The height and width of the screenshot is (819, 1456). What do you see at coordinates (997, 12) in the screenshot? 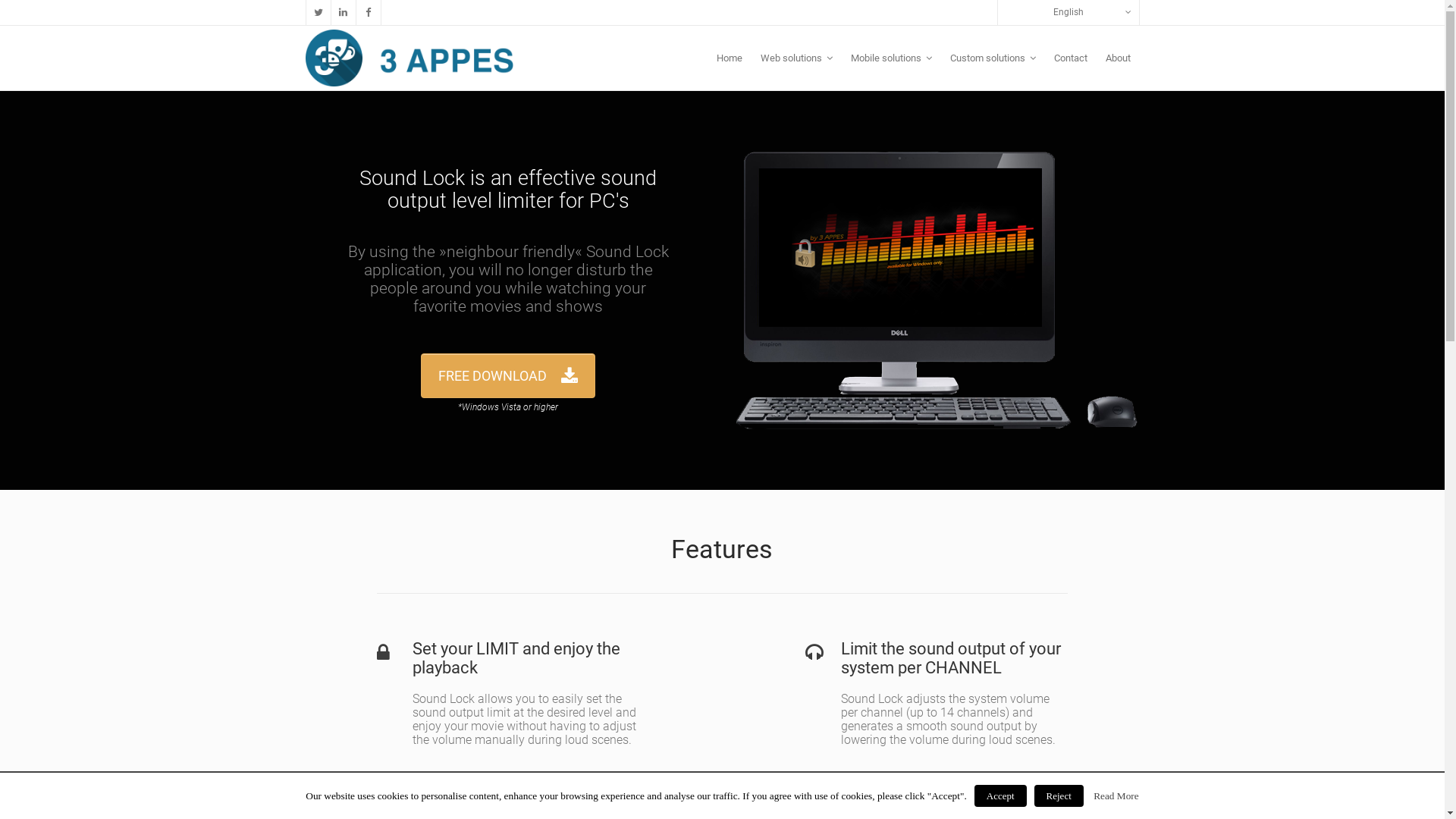
I see `'English'` at bounding box center [997, 12].